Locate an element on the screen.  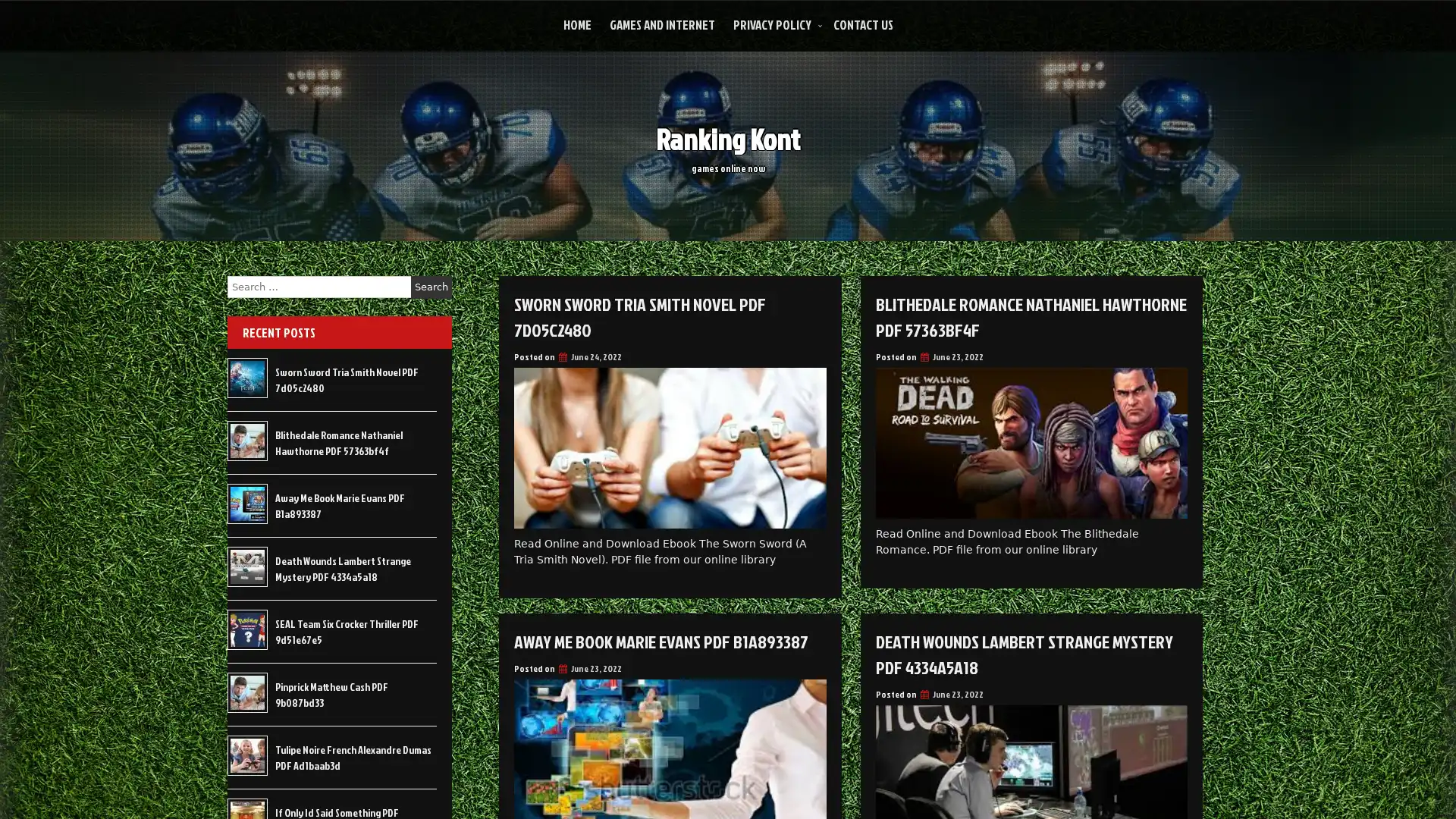
Search is located at coordinates (431, 287).